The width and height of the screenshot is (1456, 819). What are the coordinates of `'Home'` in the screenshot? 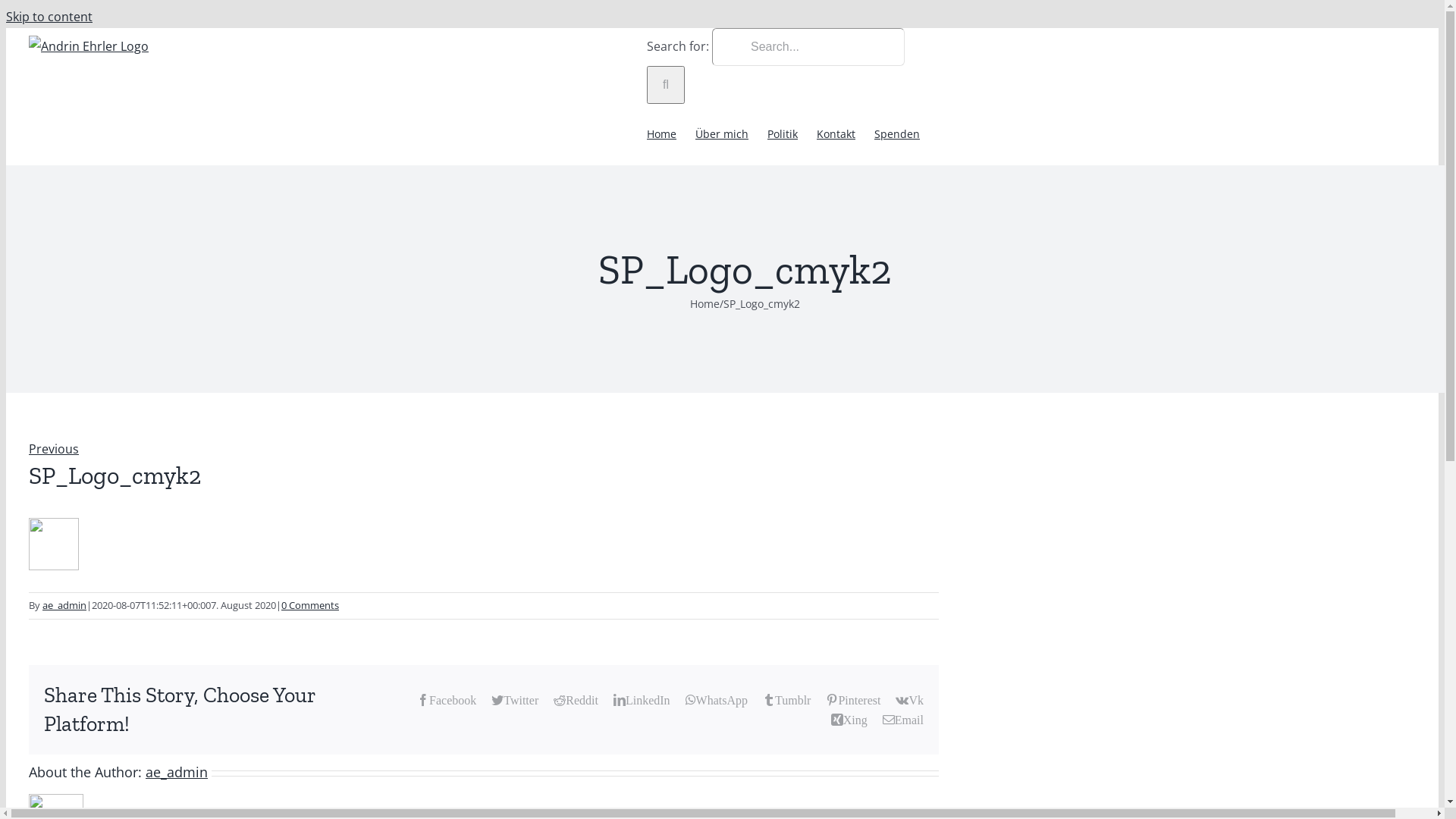 It's located at (661, 133).